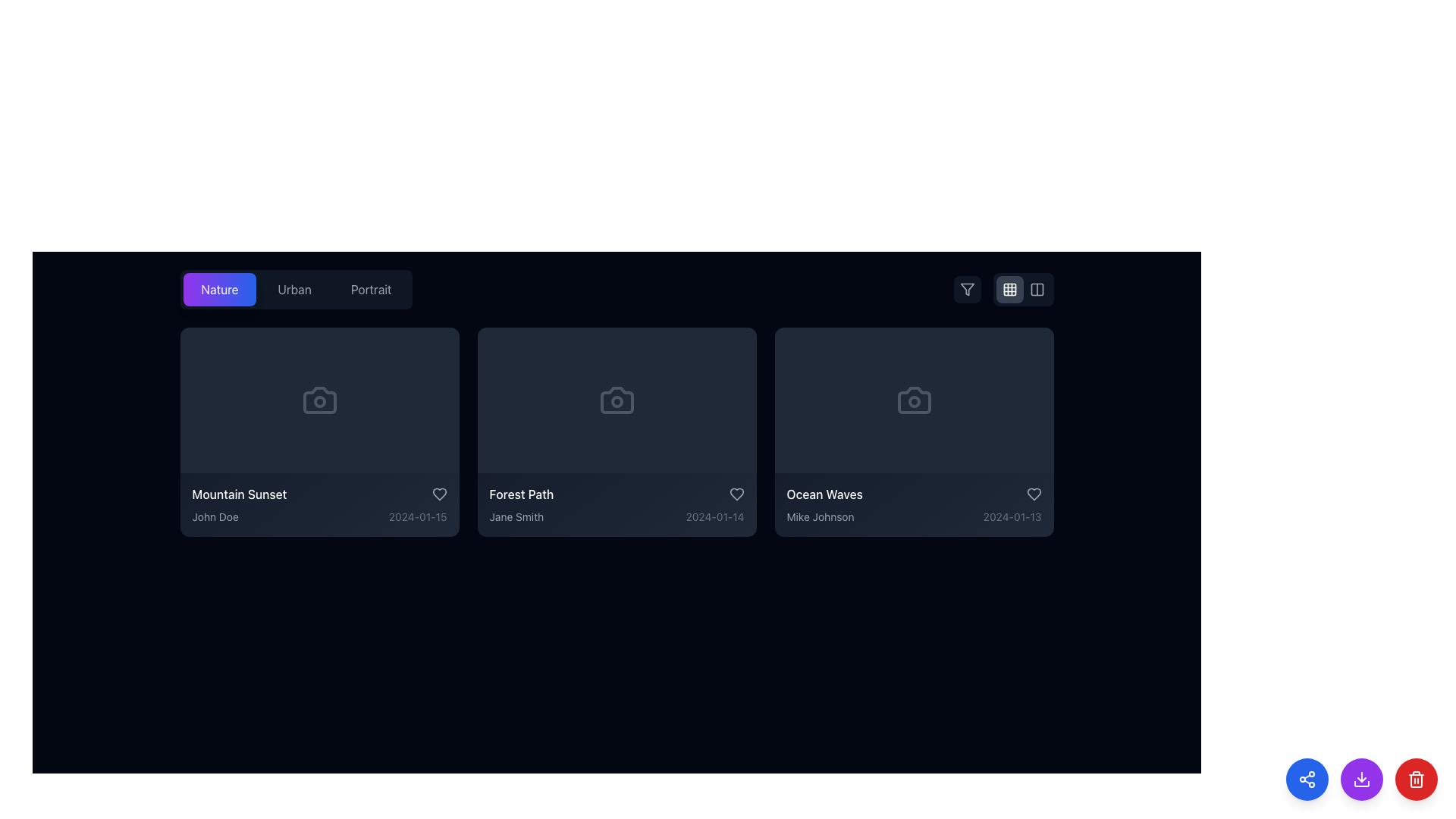 The image size is (1456, 819). Describe the element at coordinates (617, 400) in the screenshot. I see `the decorative circle within the camera icon, which symbolizes photo or media content in the second photo card of a horizontally aligned grid of three cards` at that location.